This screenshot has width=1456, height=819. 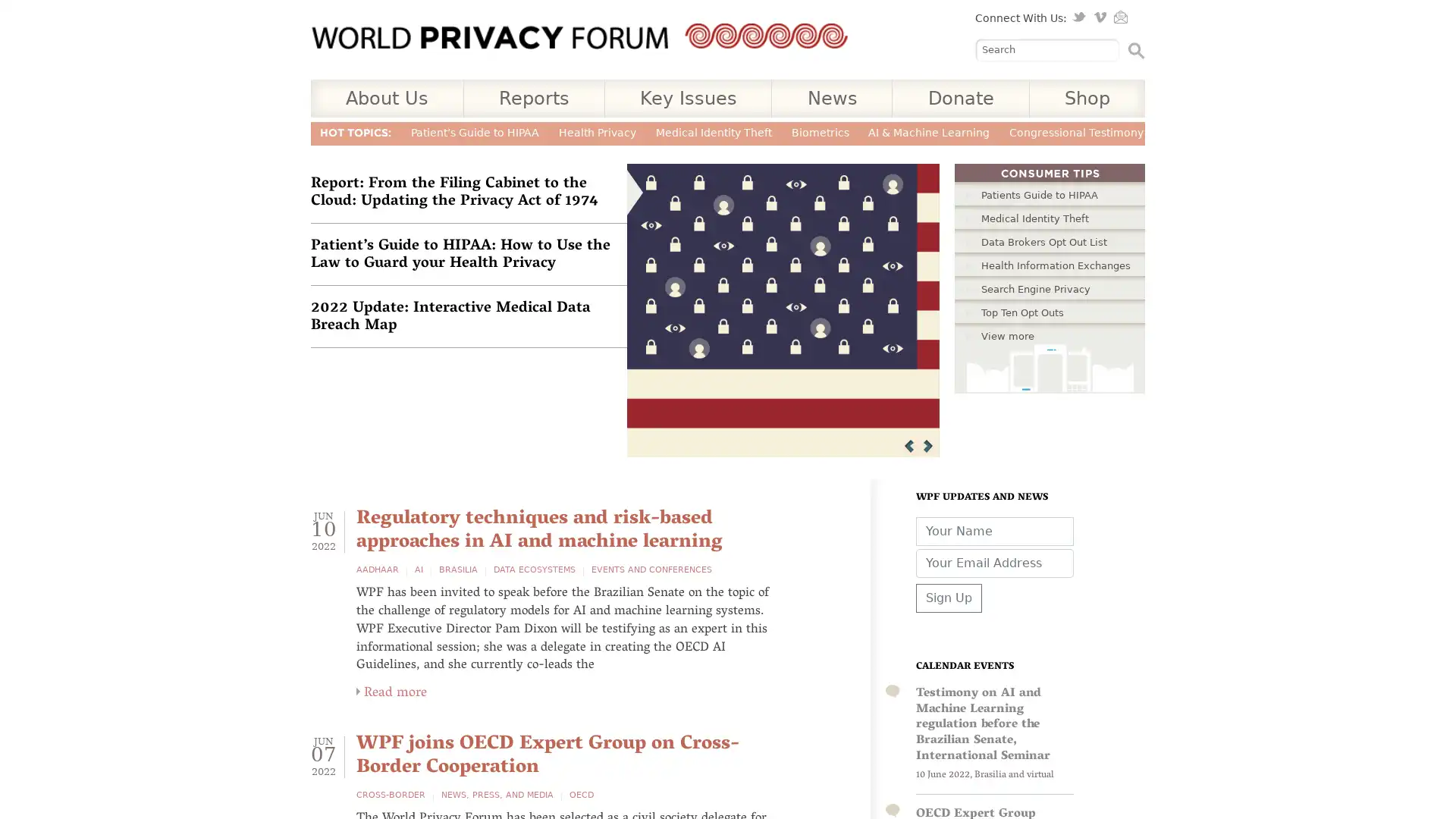 I want to click on Sign Up, so click(x=948, y=596).